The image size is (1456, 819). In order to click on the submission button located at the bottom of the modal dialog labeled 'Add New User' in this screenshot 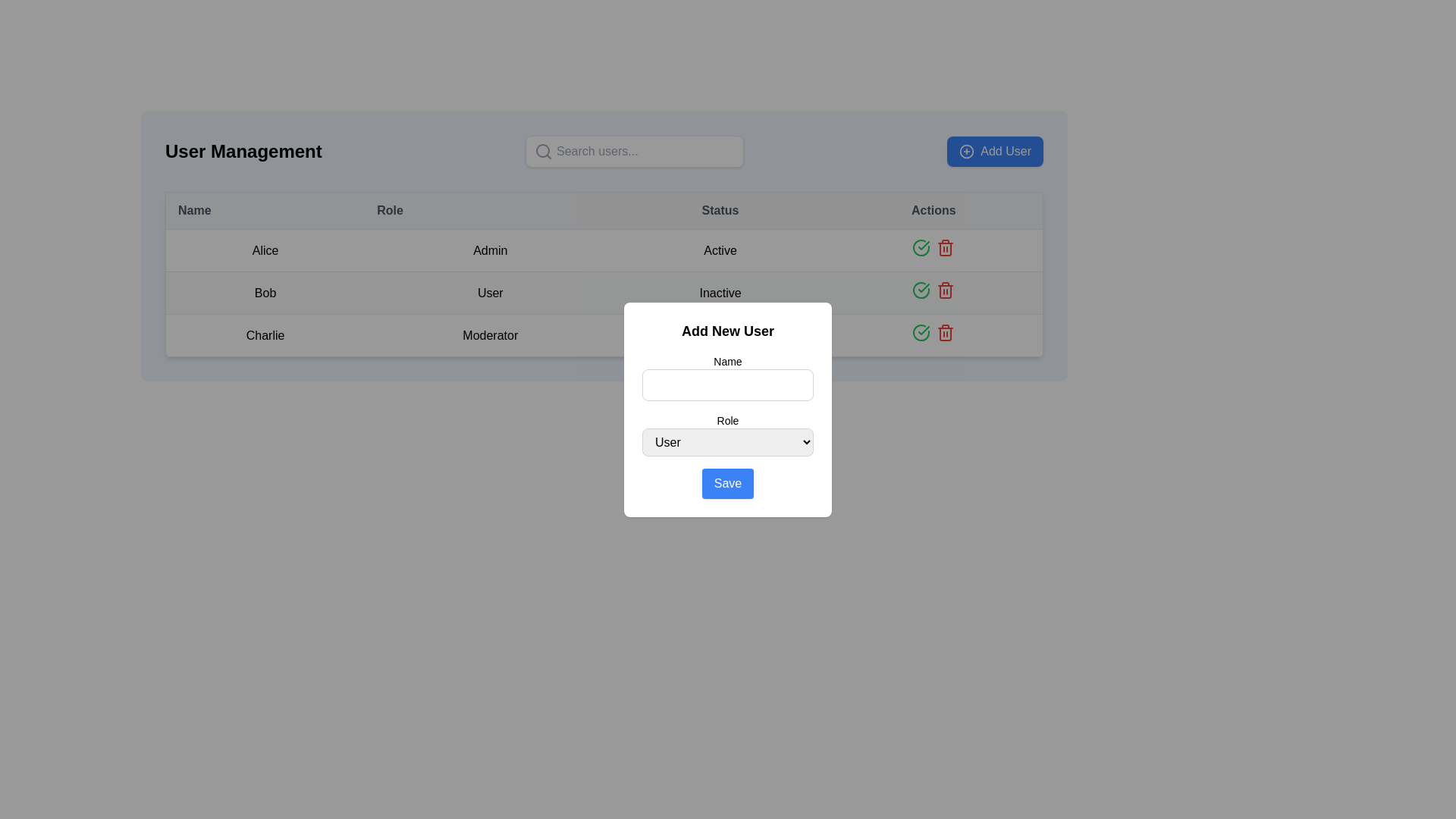, I will do `click(728, 483)`.